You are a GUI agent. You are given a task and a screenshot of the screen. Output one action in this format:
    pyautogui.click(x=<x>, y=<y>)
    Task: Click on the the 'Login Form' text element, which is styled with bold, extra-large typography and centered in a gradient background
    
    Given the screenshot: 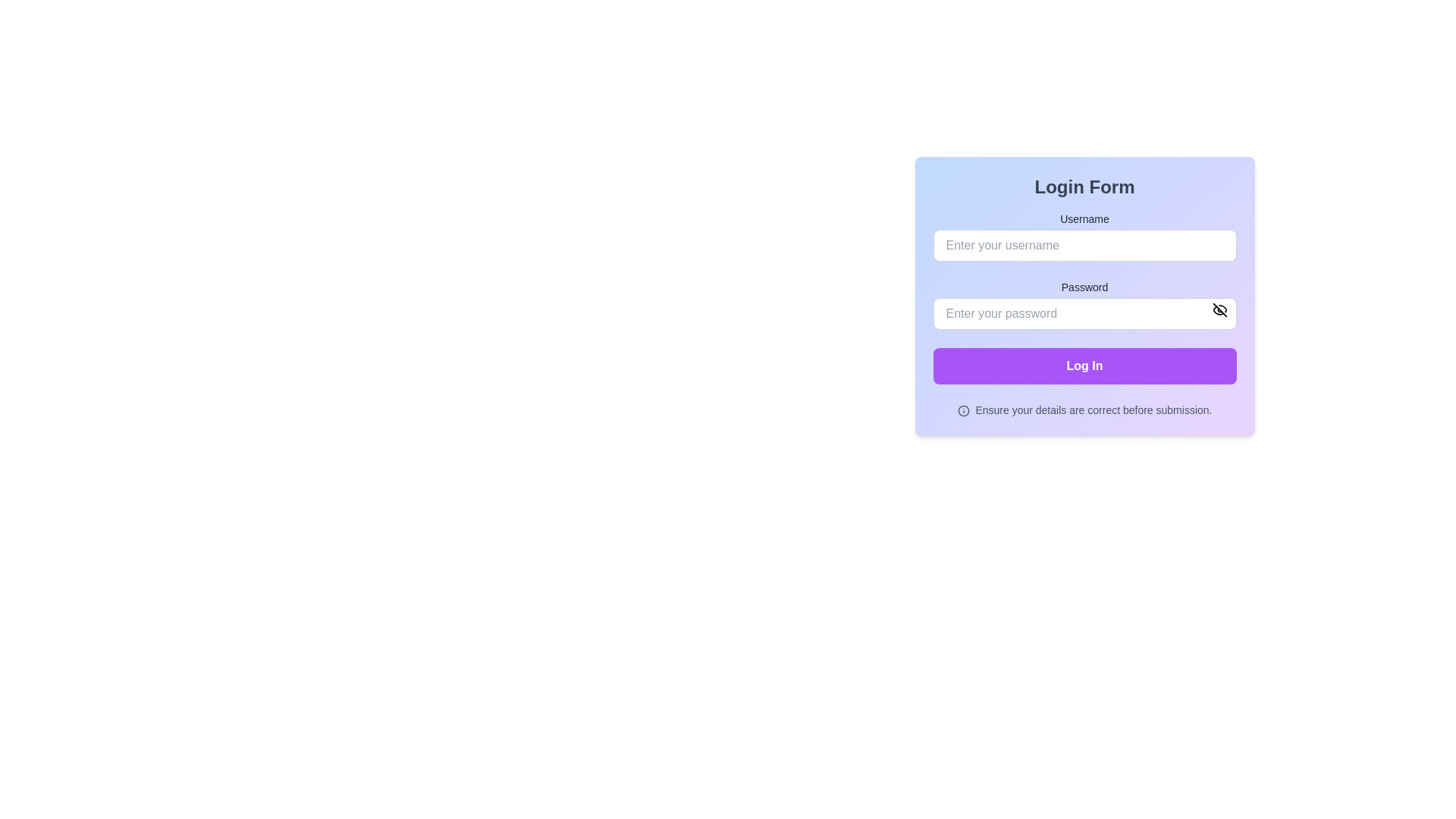 What is the action you would take?
    pyautogui.click(x=1084, y=186)
    